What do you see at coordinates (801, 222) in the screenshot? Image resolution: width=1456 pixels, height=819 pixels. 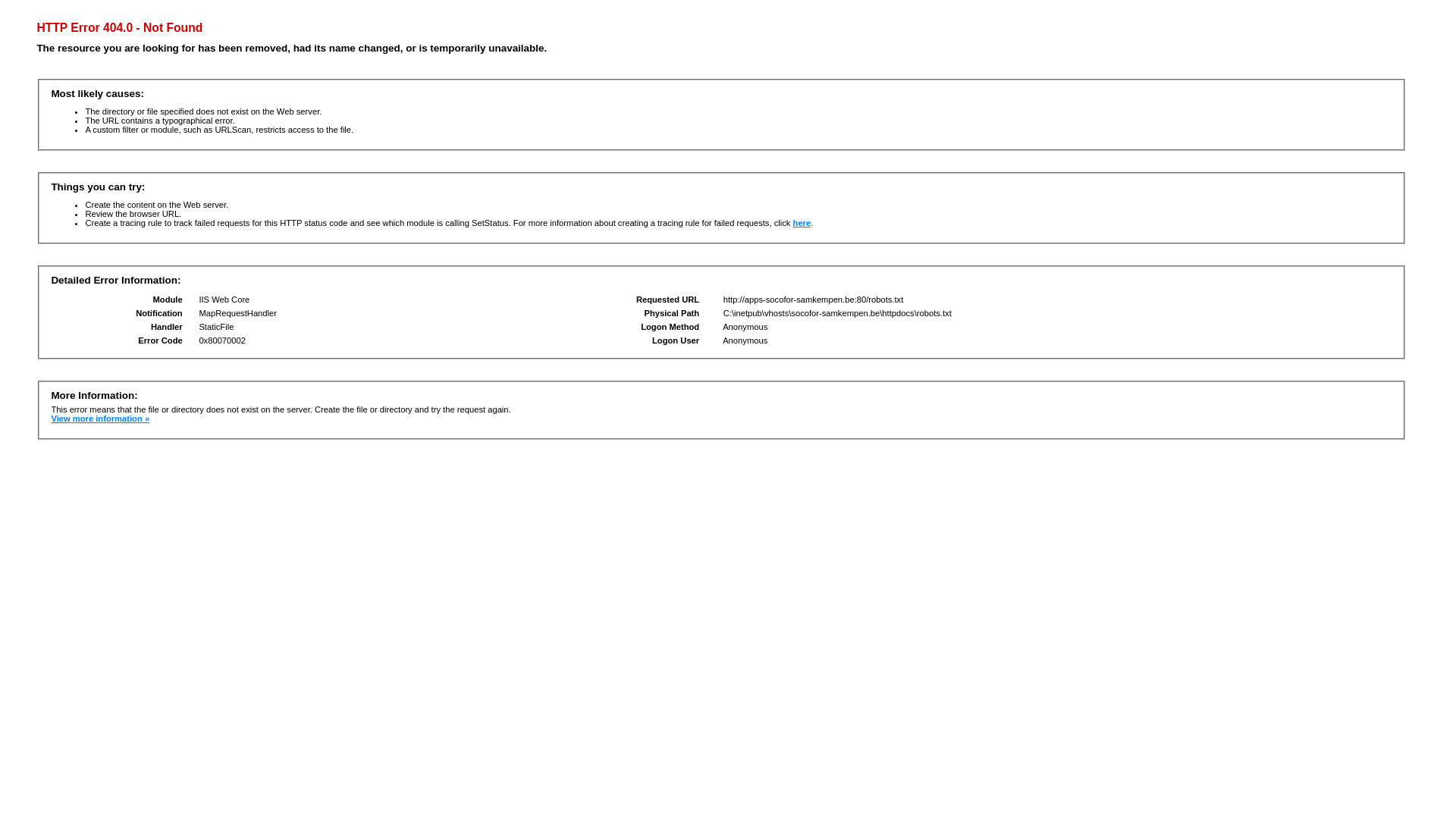 I see `'here'` at bounding box center [801, 222].